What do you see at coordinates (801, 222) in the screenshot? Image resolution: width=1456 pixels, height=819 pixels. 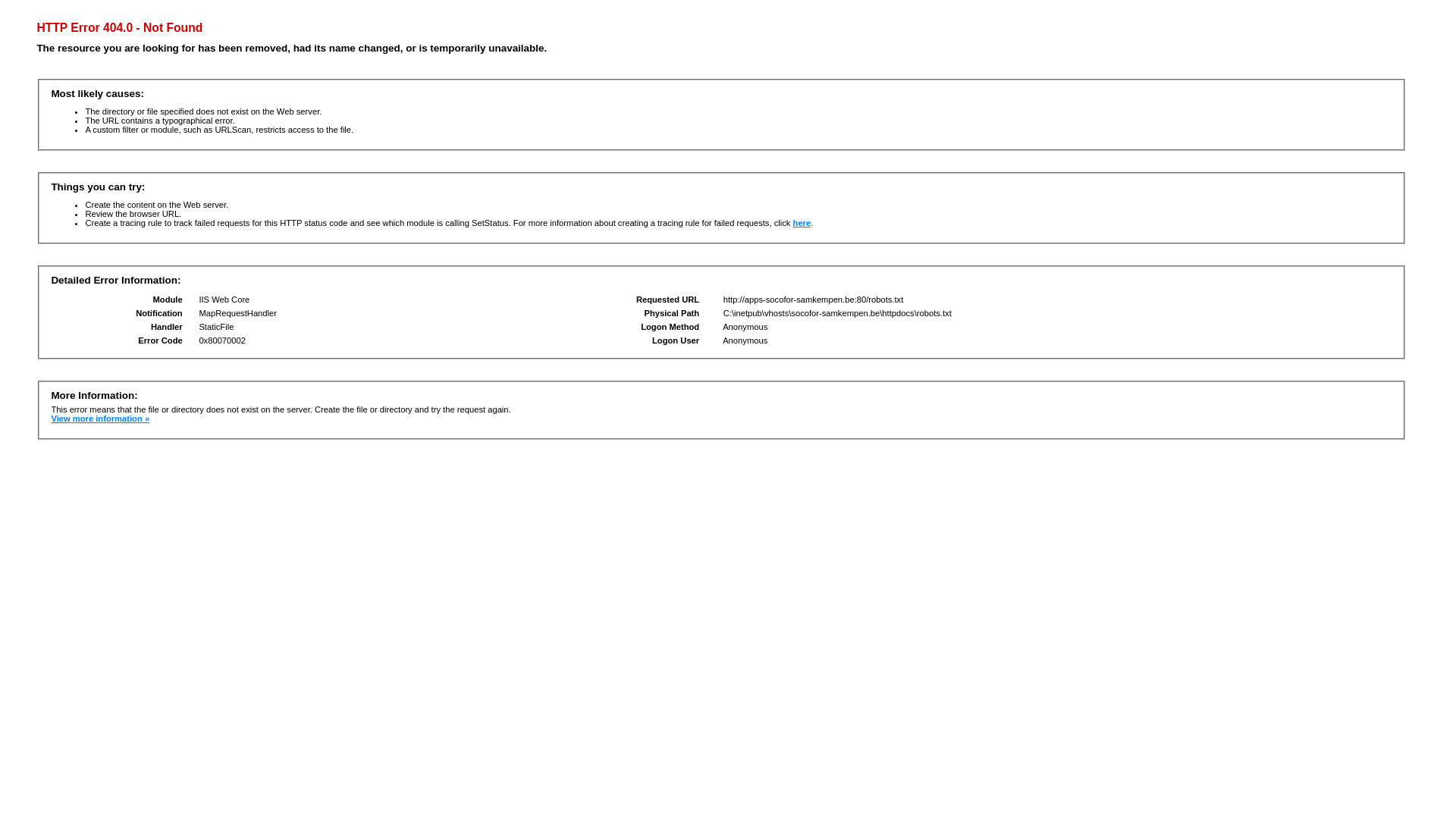 I see `'here'` at bounding box center [801, 222].